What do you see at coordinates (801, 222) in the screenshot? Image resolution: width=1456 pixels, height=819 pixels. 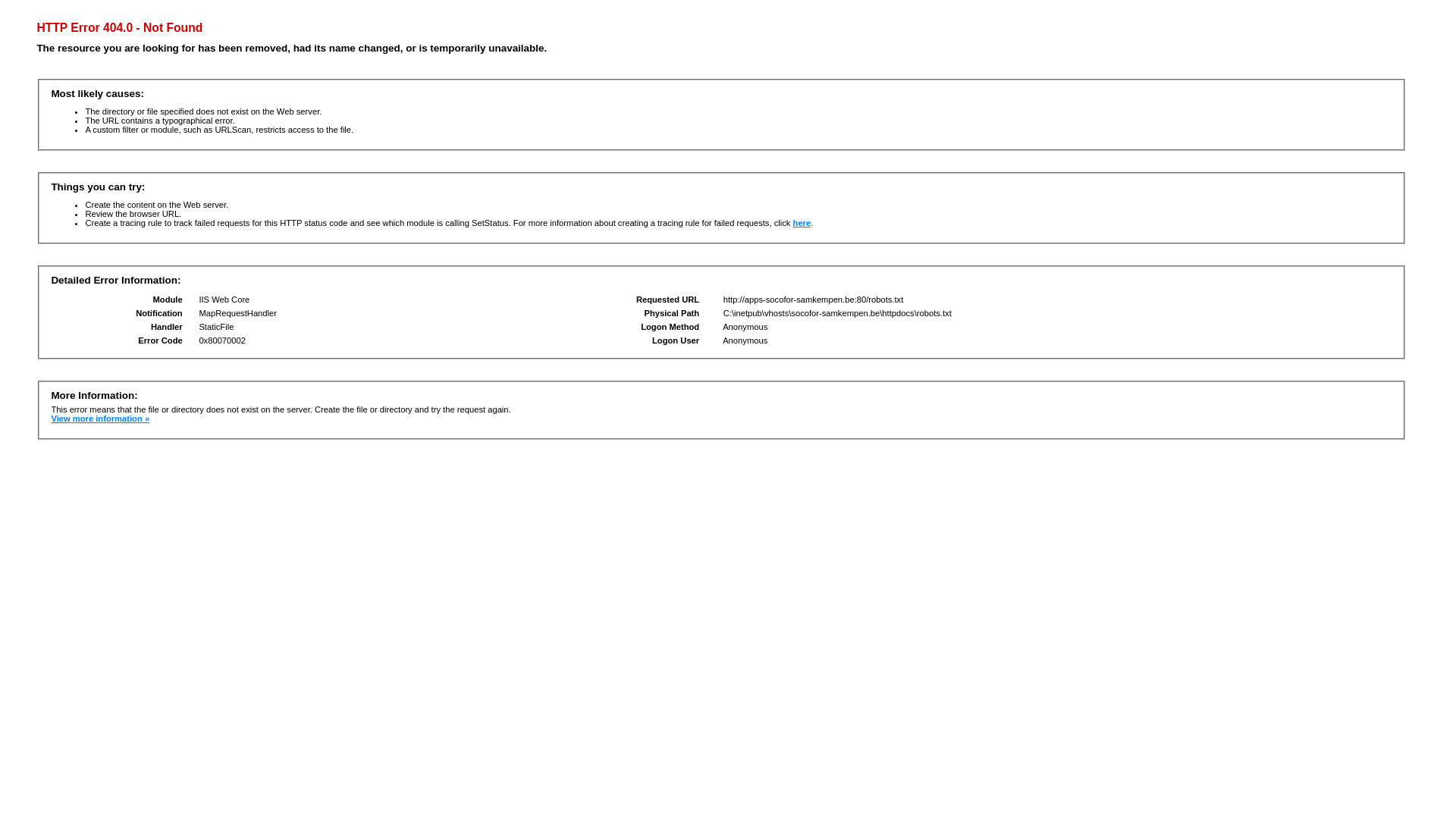 I see `'here'` at bounding box center [801, 222].